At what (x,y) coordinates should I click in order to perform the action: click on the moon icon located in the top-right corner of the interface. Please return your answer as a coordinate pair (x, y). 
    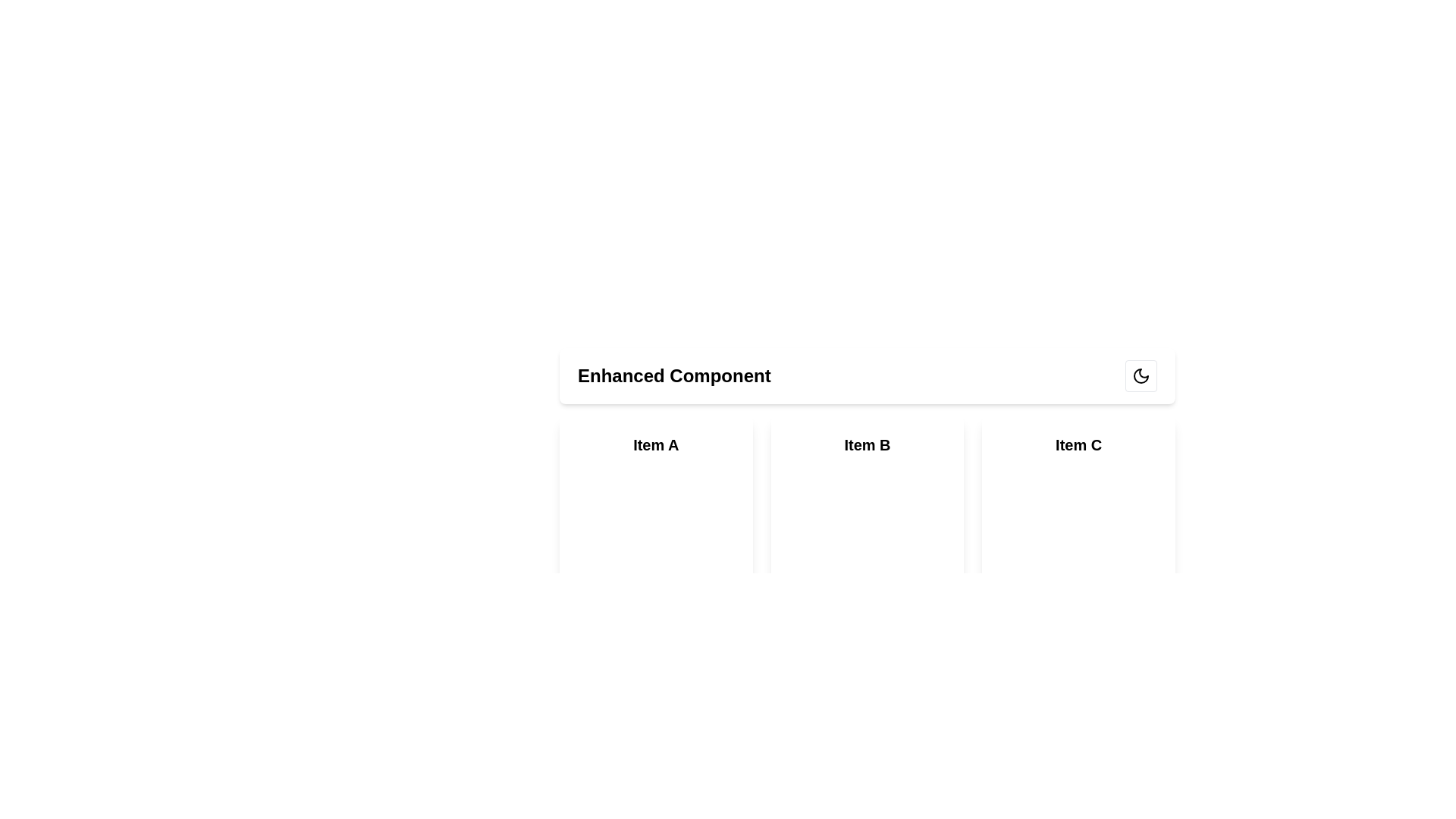
    Looking at the image, I should click on (1141, 375).